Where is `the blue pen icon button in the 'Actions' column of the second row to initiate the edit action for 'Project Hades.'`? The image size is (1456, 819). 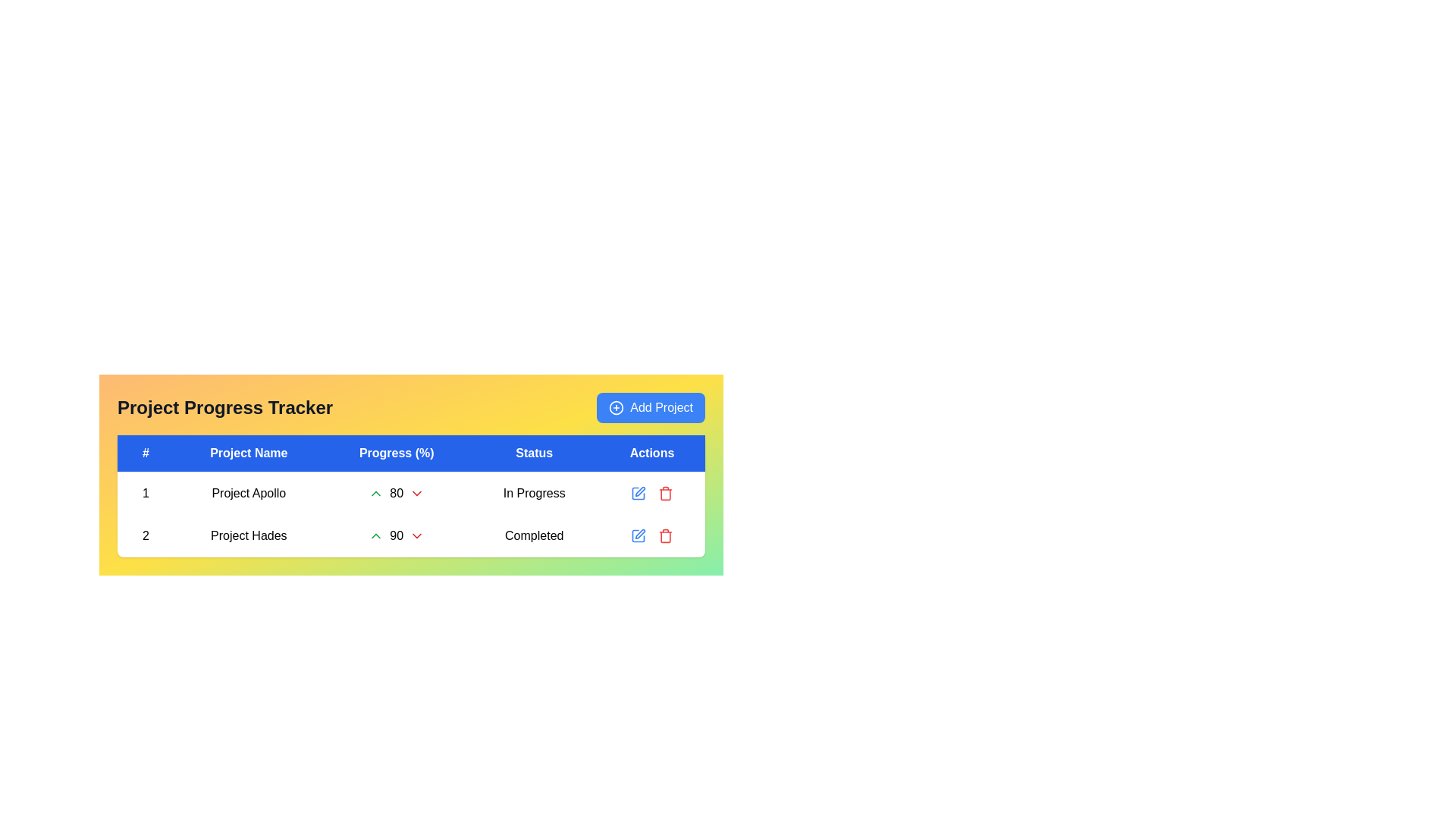 the blue pen icon button in the 'Actions' column of the second row to initiate the edit action for 'Project Hades.' is located at coordinates (640, 533).